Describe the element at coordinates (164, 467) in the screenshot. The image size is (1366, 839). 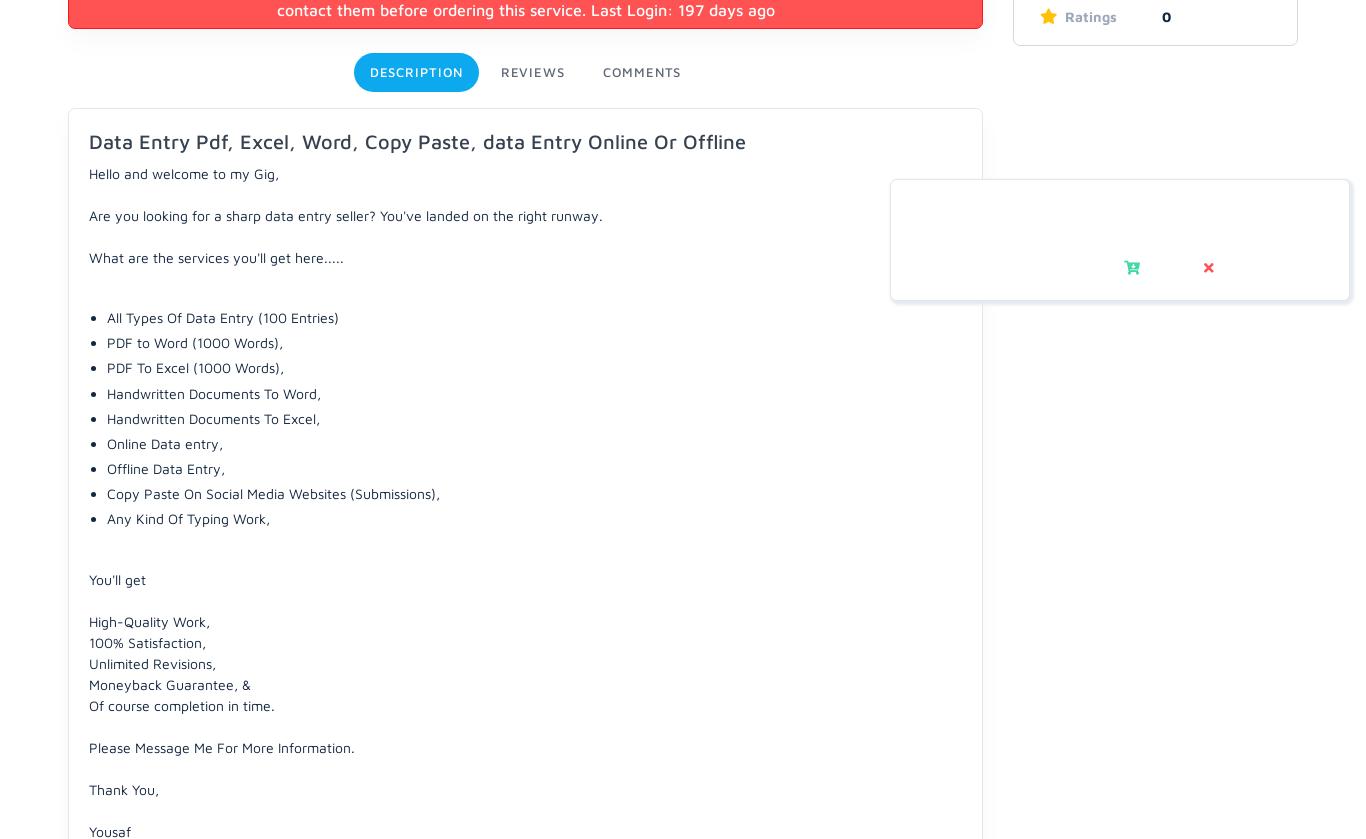
I see `'Offline Data Entry,'` at that location.